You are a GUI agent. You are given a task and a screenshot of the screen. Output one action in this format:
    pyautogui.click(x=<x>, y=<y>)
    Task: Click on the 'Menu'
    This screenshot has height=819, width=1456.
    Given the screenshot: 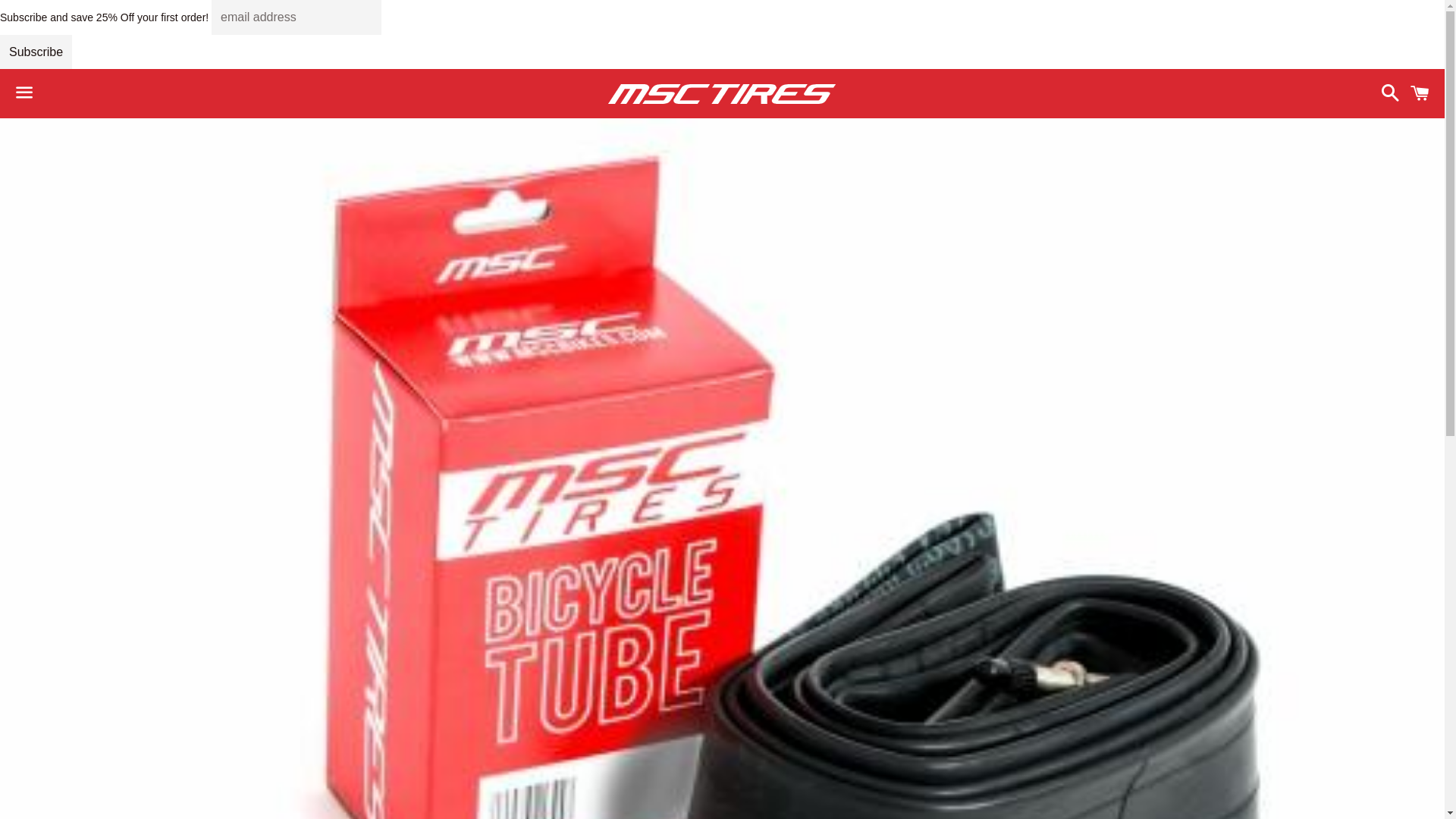 What is the action you would take?
    pyautogui.click(x=24, y=93)
    